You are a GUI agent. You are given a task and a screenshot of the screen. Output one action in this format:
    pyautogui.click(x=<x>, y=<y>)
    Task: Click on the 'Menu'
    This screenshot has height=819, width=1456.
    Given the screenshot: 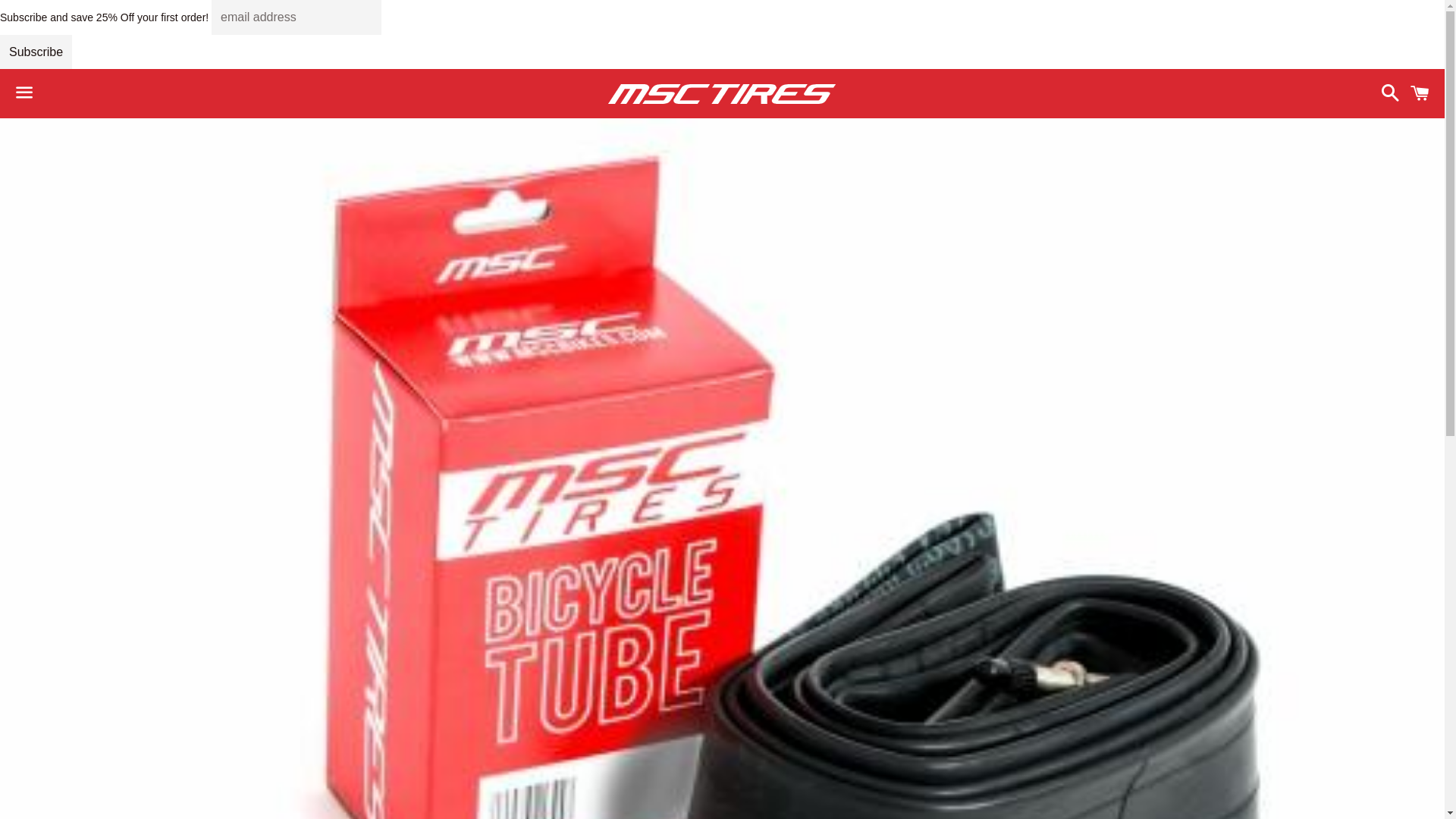 What is the action you would take?
    pyautogui.click(x=24, y=93)
    